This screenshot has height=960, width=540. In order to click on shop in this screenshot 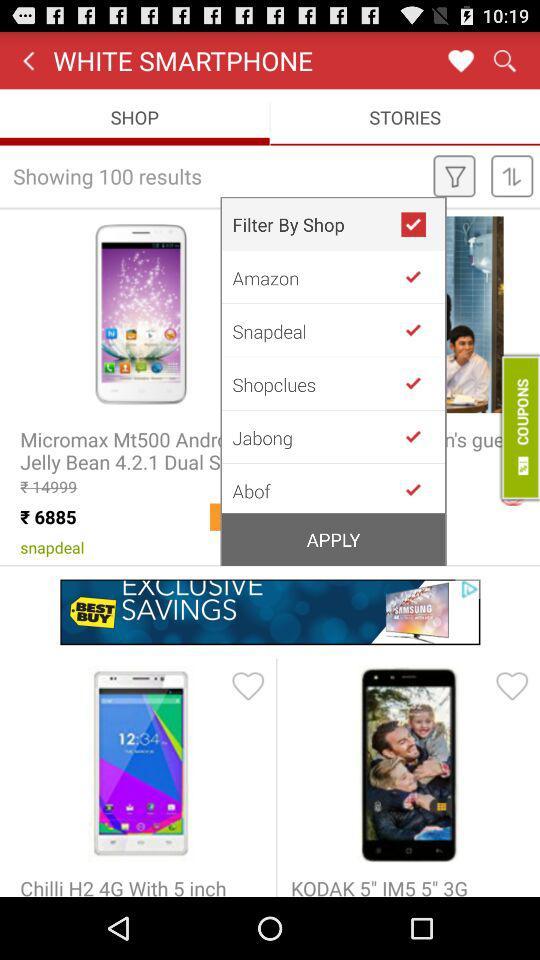, I will do `click(420, 276)`.